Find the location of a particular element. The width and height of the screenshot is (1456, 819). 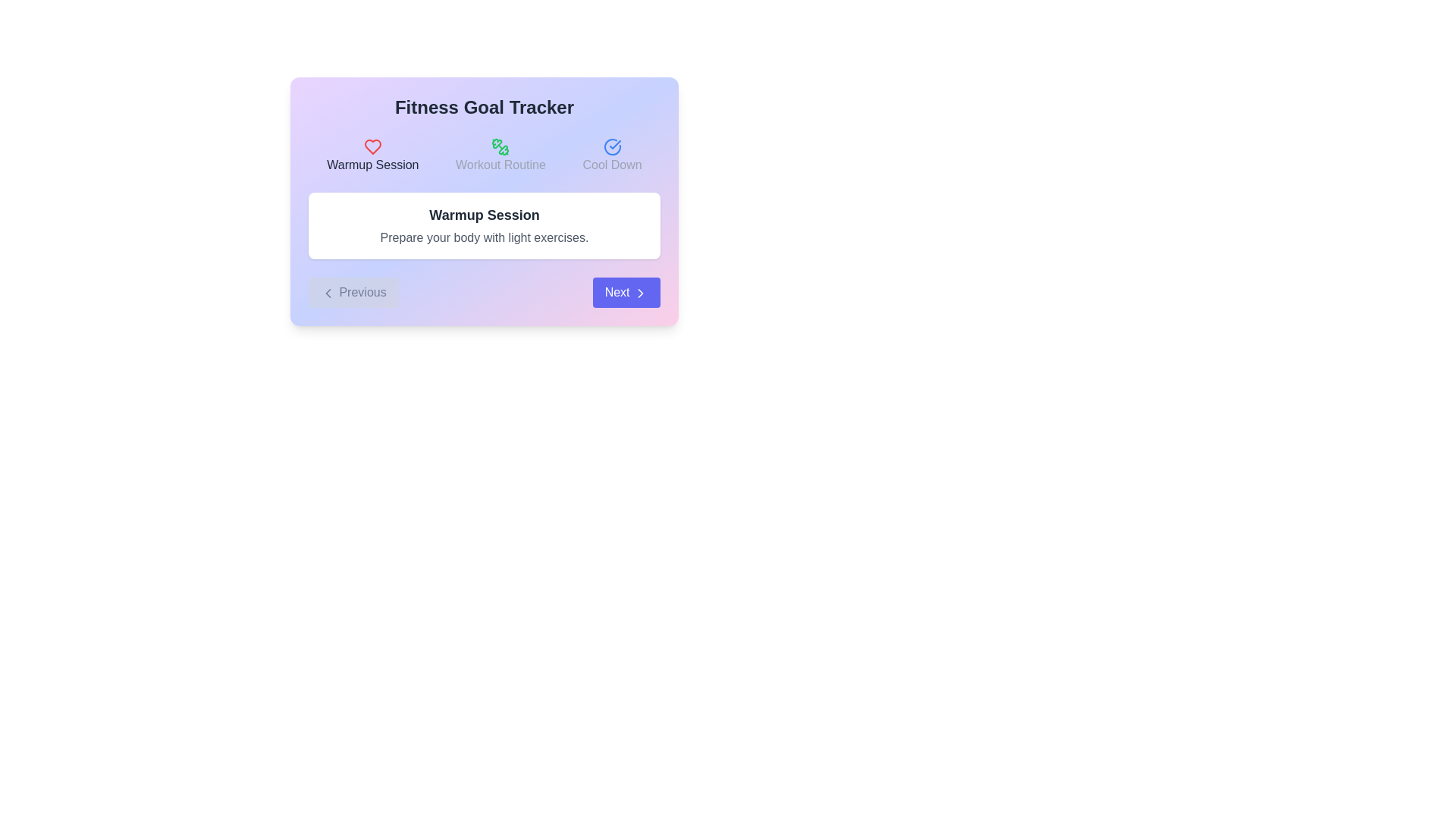

the rounded rectangular 'Next' button with bold white text and a right-pointing chevron icon to observe the color change is located at coordinates (626, 292).